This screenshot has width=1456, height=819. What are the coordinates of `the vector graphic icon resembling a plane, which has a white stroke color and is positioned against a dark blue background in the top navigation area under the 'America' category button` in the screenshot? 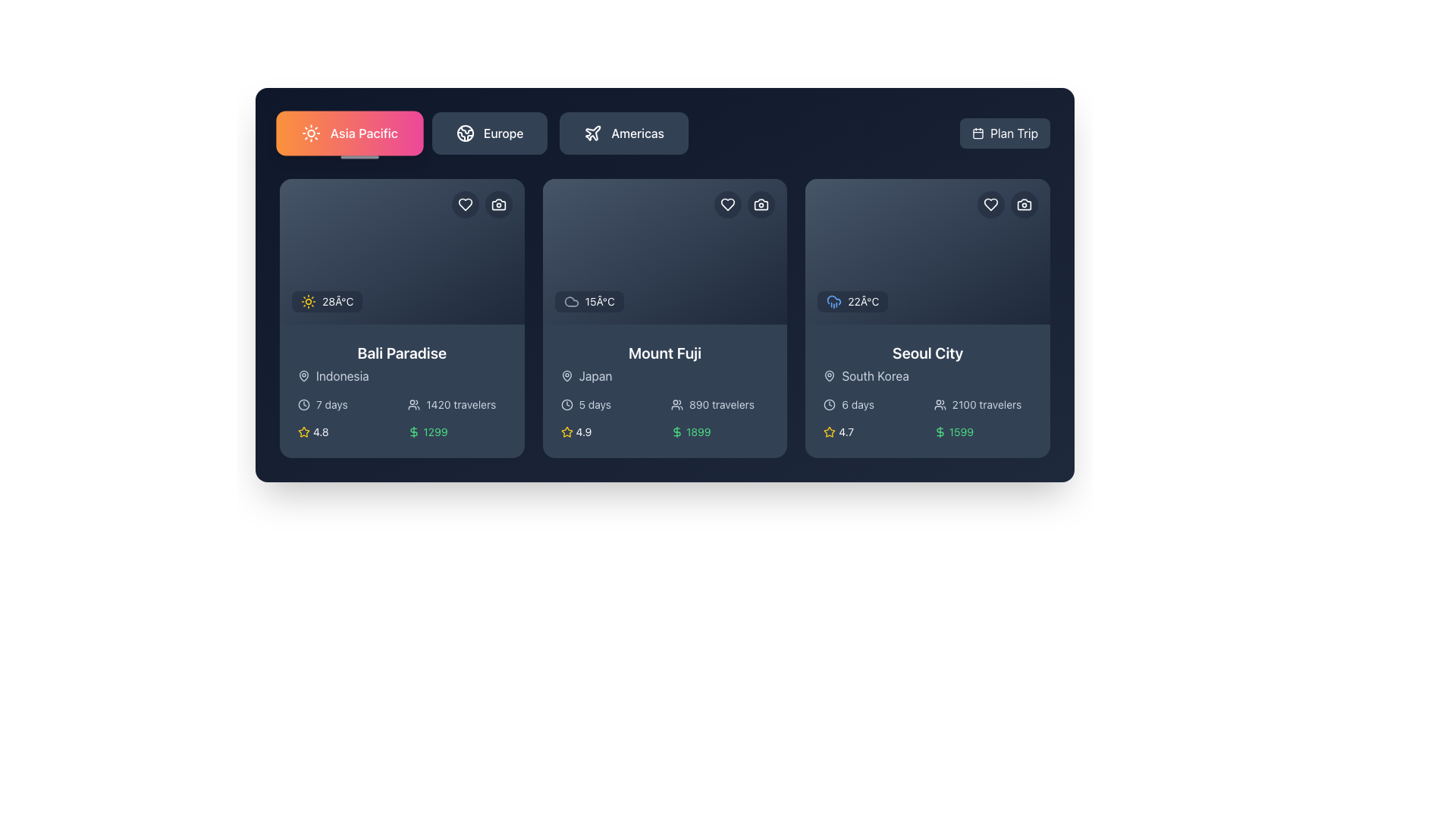 It's located at (592, 132).